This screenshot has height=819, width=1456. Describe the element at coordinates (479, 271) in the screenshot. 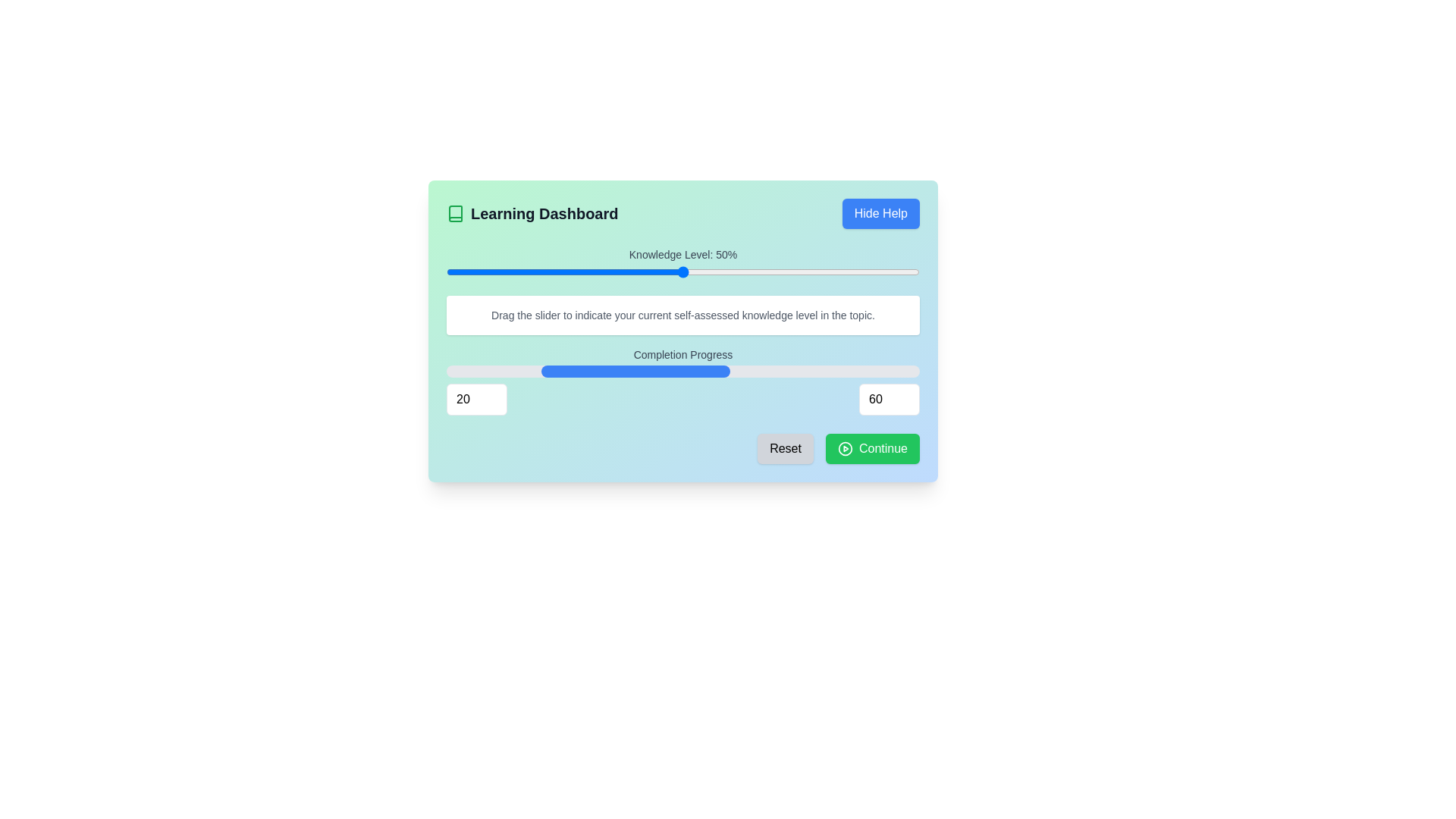

I see `the knowledge level` at that location.